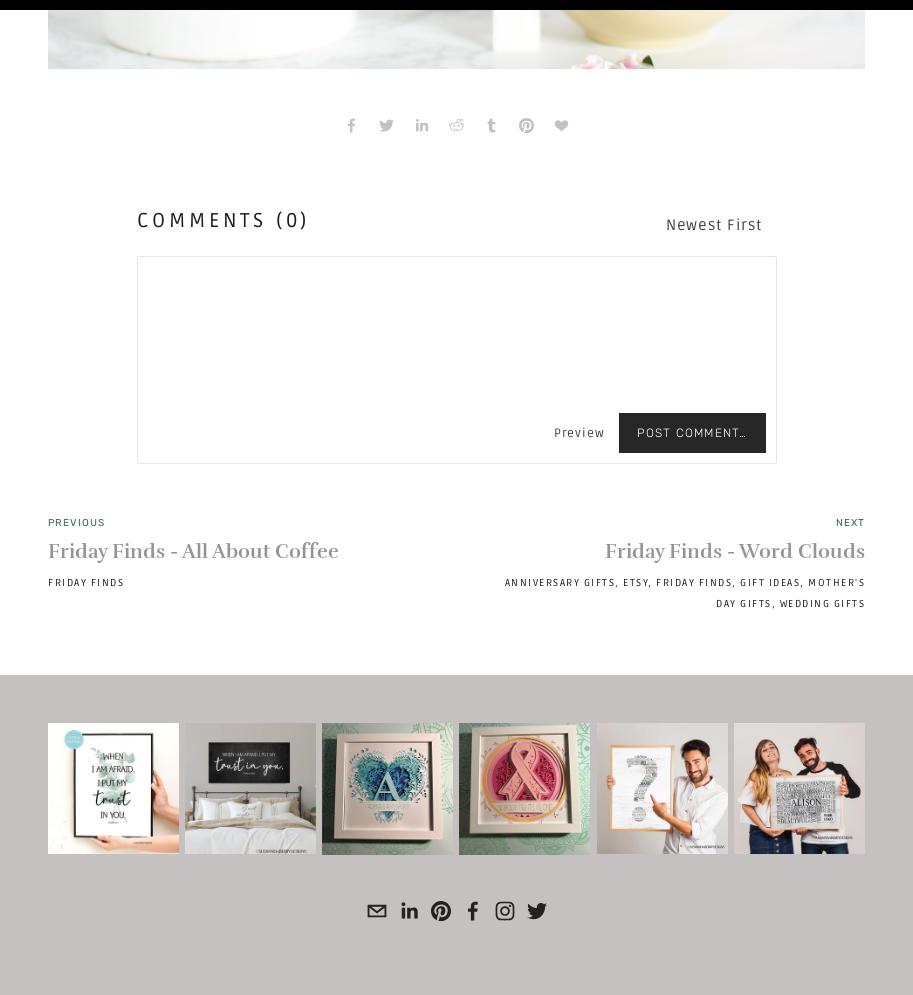  Describe the element at coordinates (691, 432) in the screenshot. I see `'Post Comment…'` at that location.